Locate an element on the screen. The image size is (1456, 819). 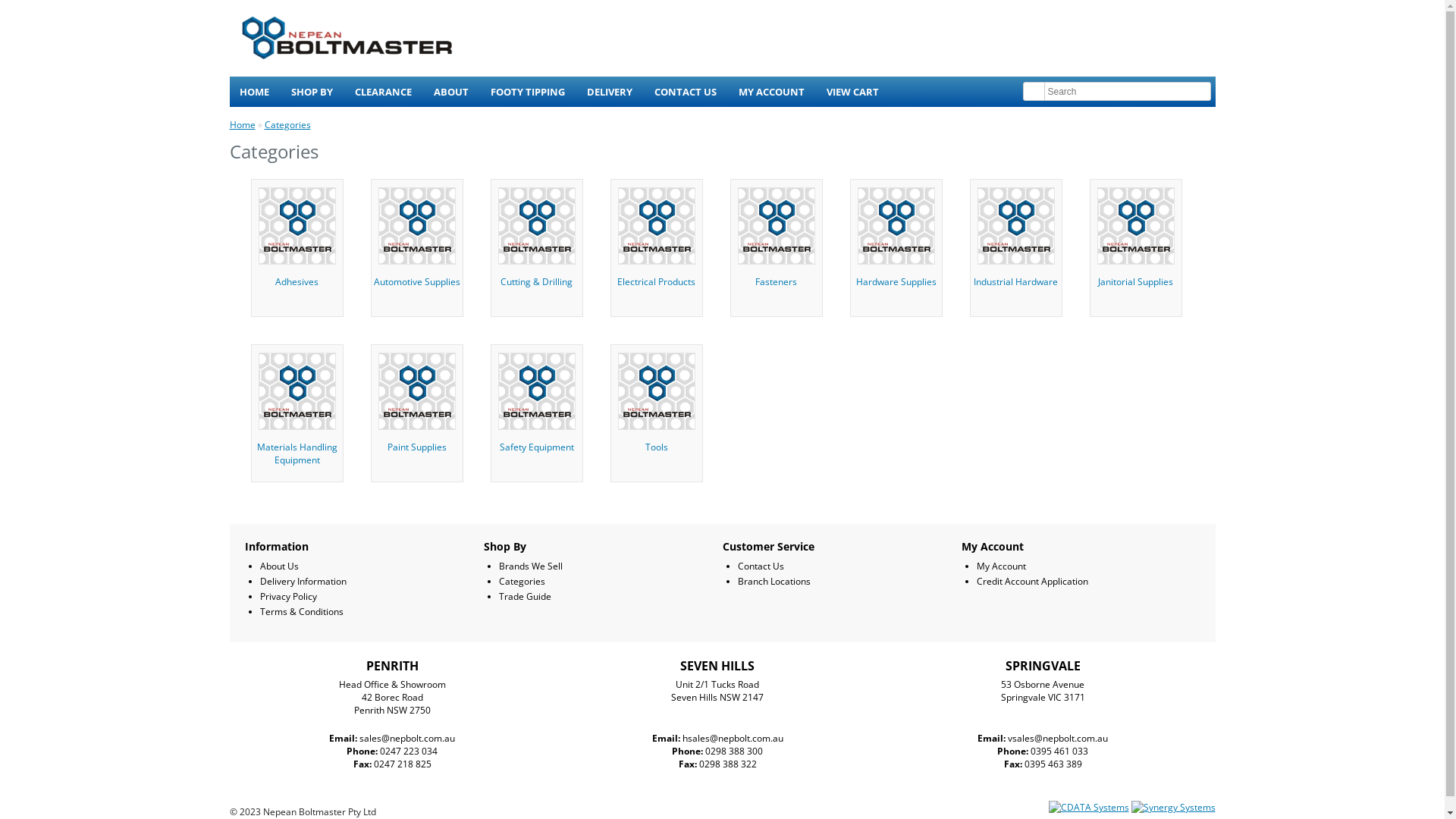
'Nepean Boltmaster' is located at coordinates (240, 37).